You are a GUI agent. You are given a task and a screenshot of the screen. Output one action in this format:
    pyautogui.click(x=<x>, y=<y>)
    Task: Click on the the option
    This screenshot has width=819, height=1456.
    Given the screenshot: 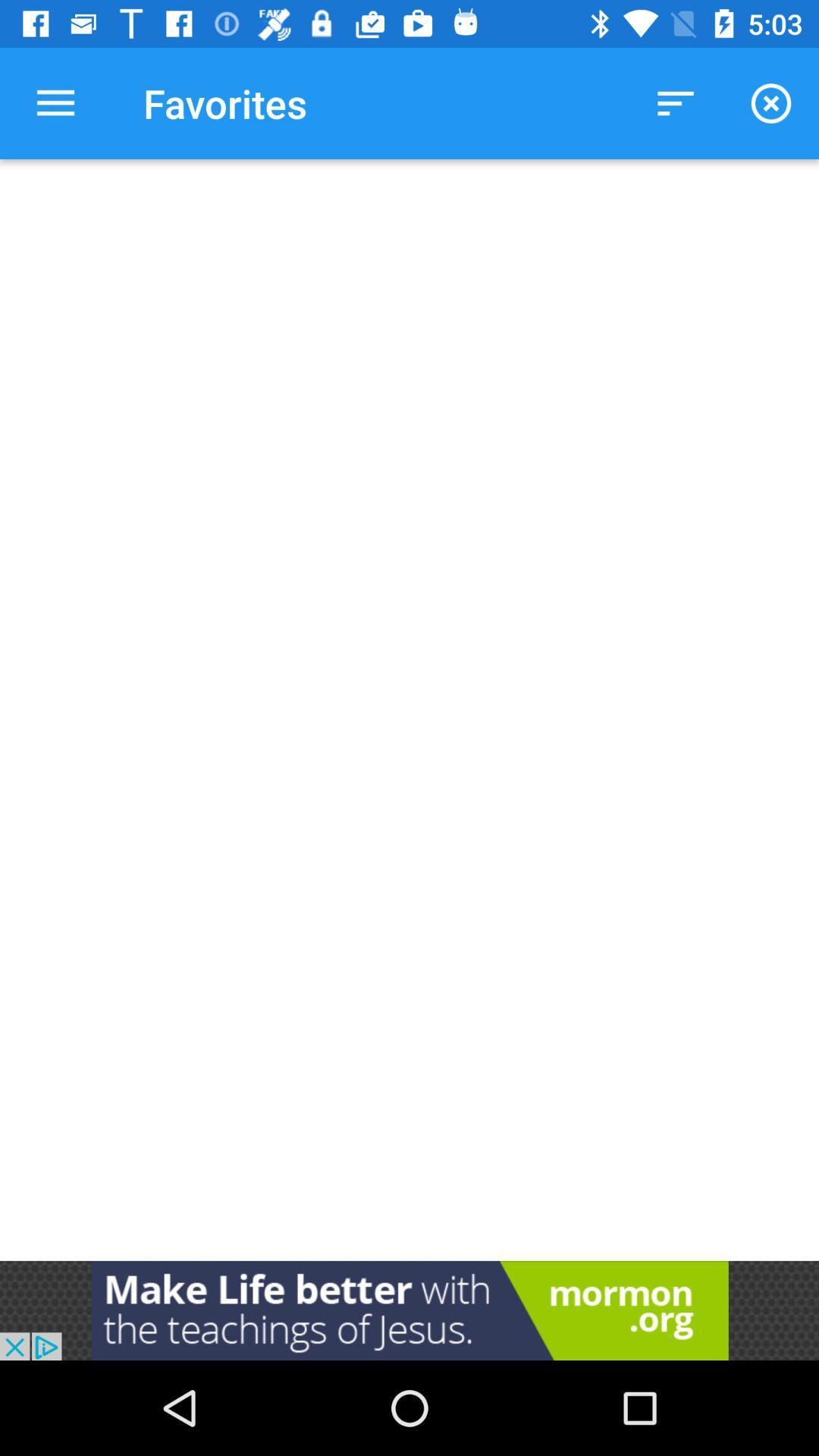 What is the action you would take?
    pyautogui.click(x=409, y=1310)
    